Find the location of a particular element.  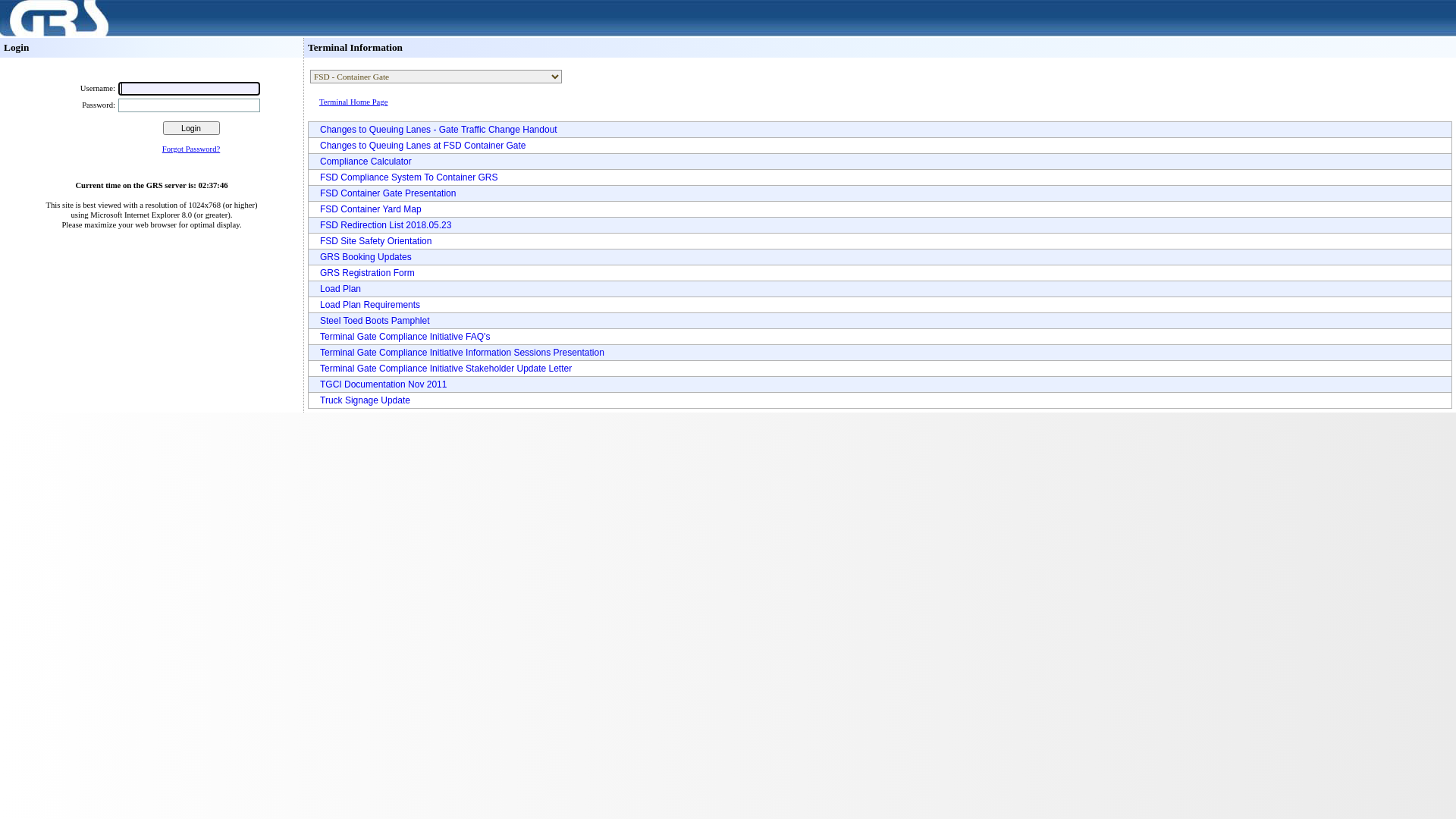

'Terminal Home Page' is located at coordinates (428, 102).